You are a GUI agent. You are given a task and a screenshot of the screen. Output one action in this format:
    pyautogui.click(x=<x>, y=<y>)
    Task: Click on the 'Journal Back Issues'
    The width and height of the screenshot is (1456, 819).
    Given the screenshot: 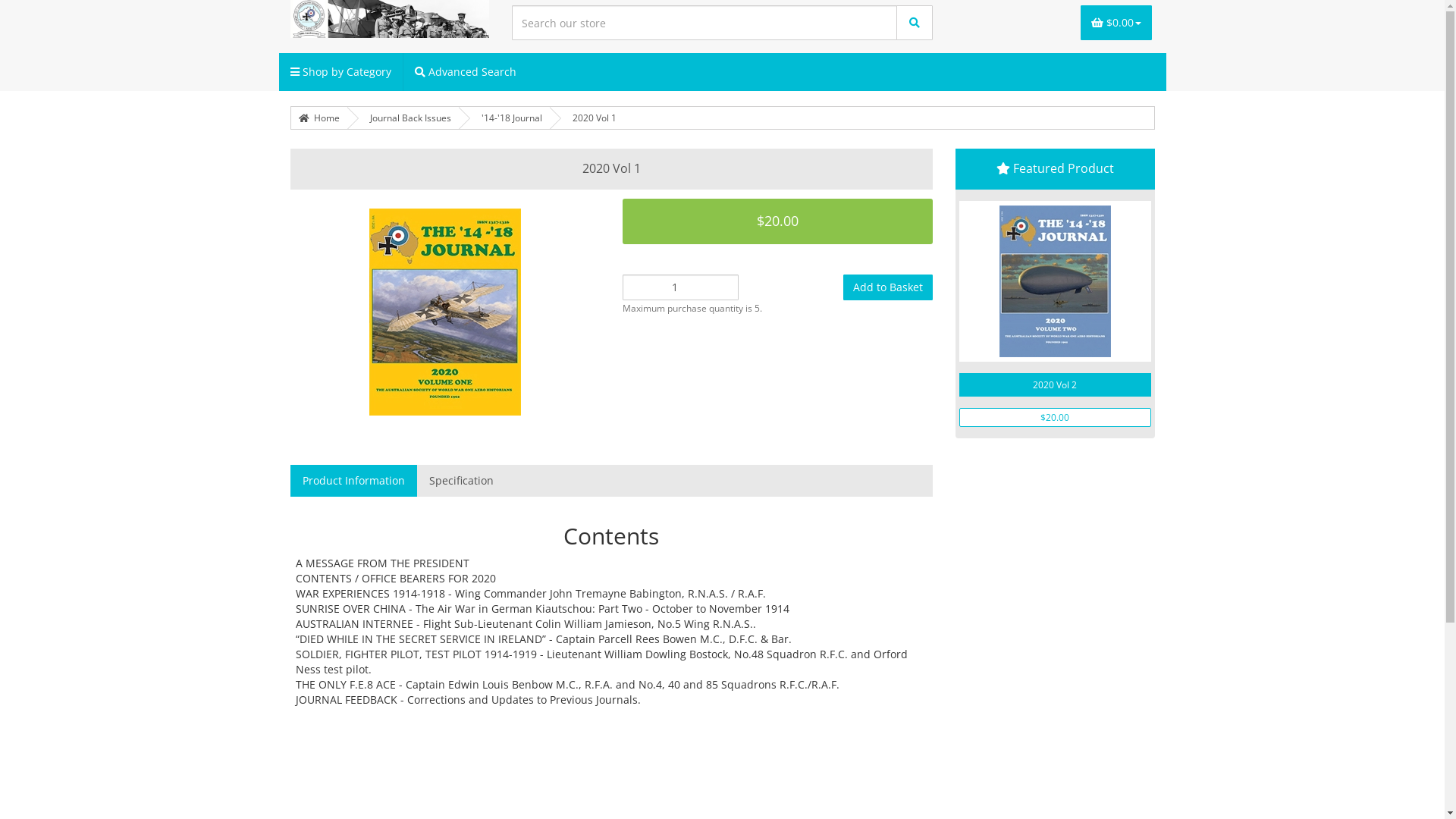 What is the action you would take?
    pyautogui.click(x=362, y=117)
    